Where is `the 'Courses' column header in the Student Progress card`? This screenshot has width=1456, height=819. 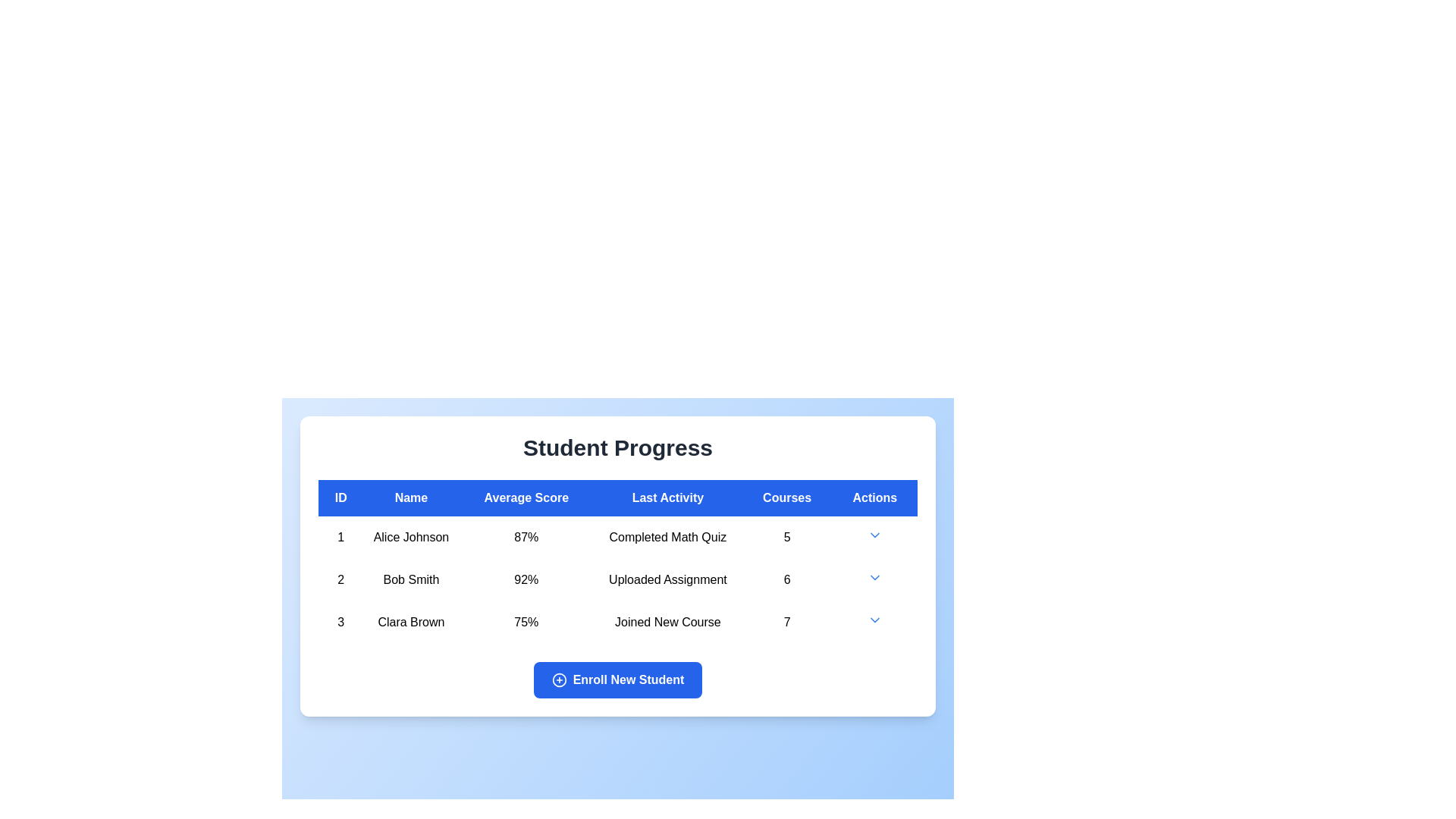 the 'Courses' column header in the Student Progress card is located at coordinates (787, 497).